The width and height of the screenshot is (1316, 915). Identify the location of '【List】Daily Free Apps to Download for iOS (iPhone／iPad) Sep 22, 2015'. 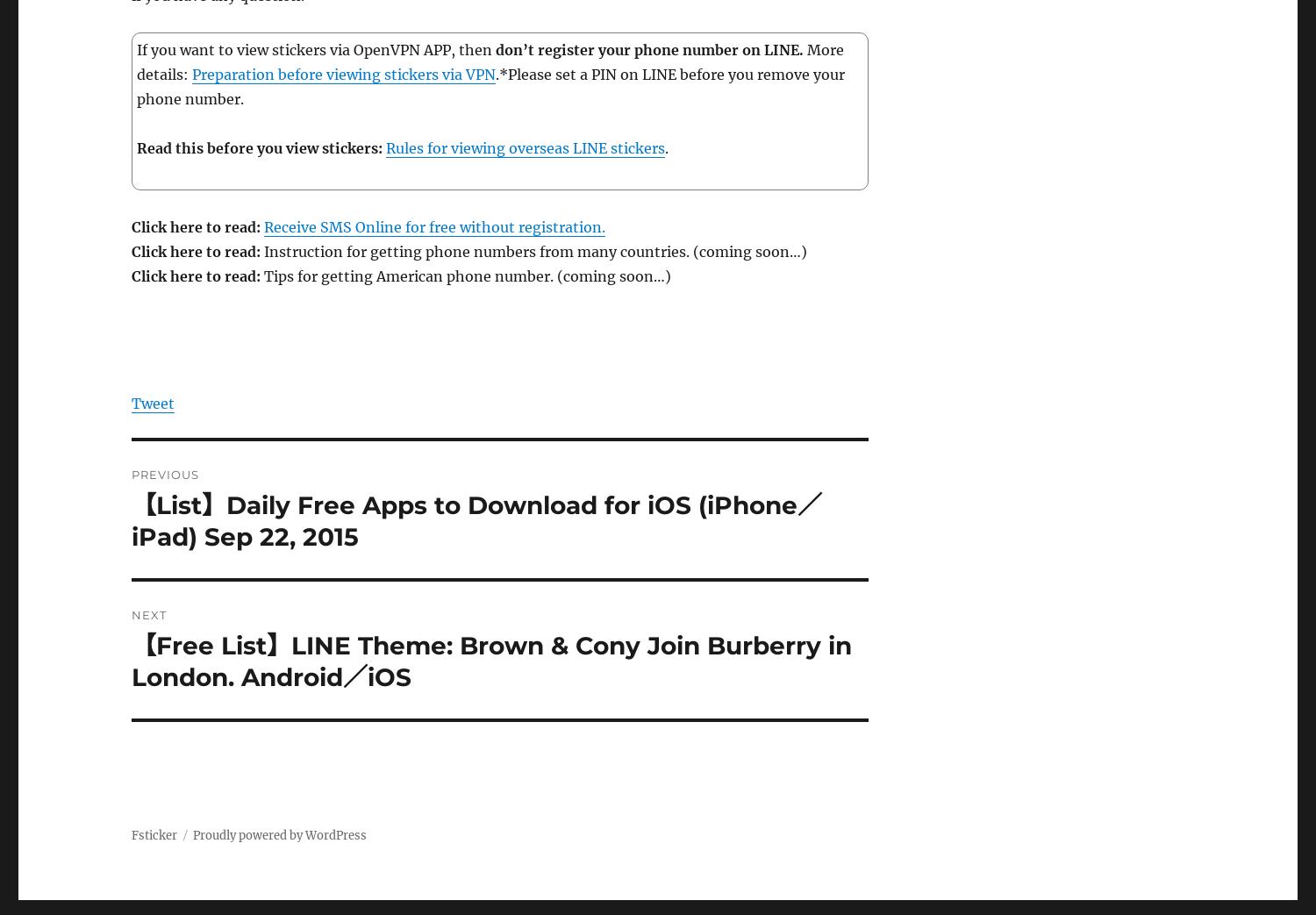
(476, 520).